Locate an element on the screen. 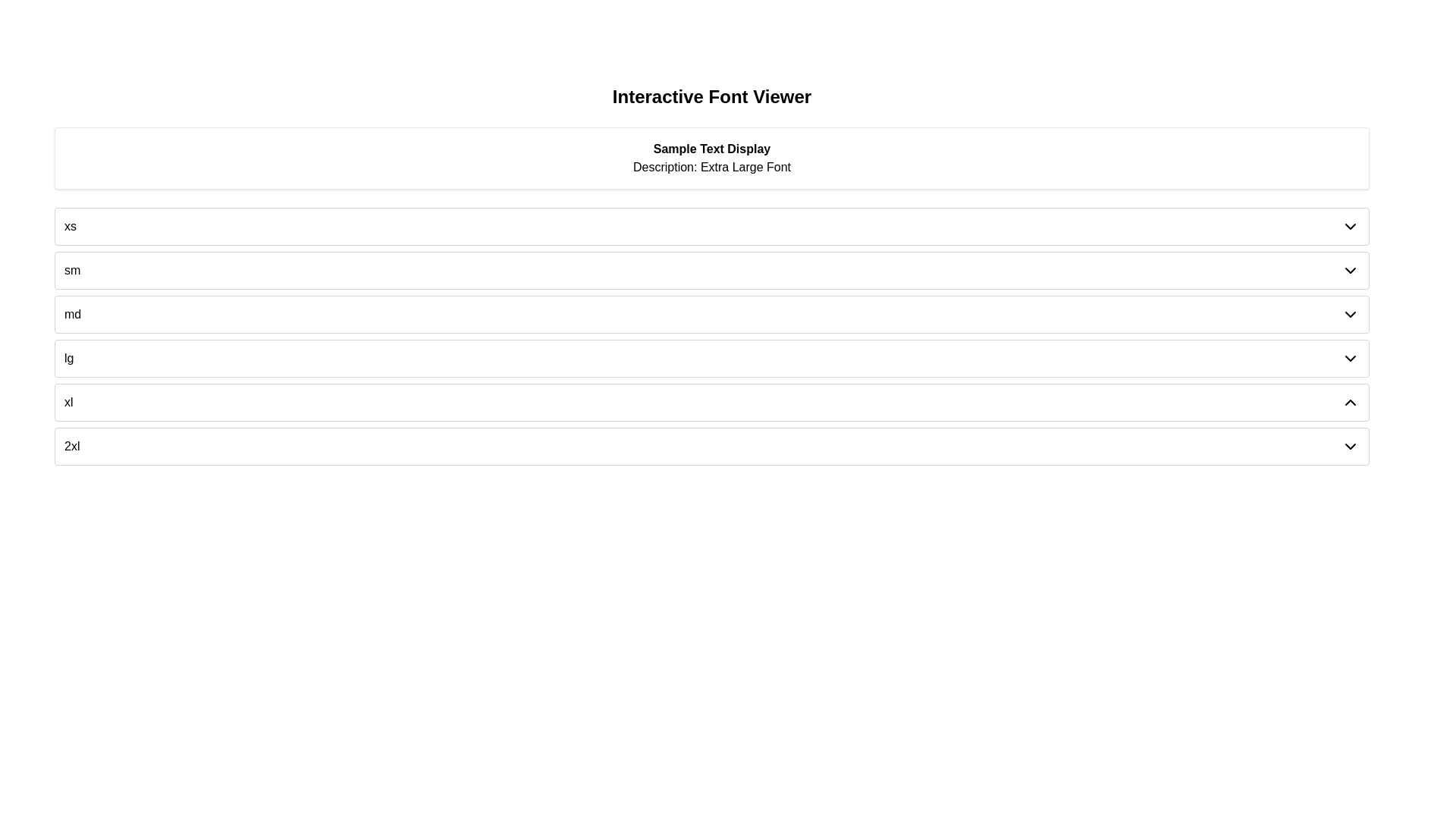 The width and height of the screenshot is (1456, 819). the Dropdown toggle icon located at the far-right side of the row labeled 'xs' is located at coordinates (1350, 227).